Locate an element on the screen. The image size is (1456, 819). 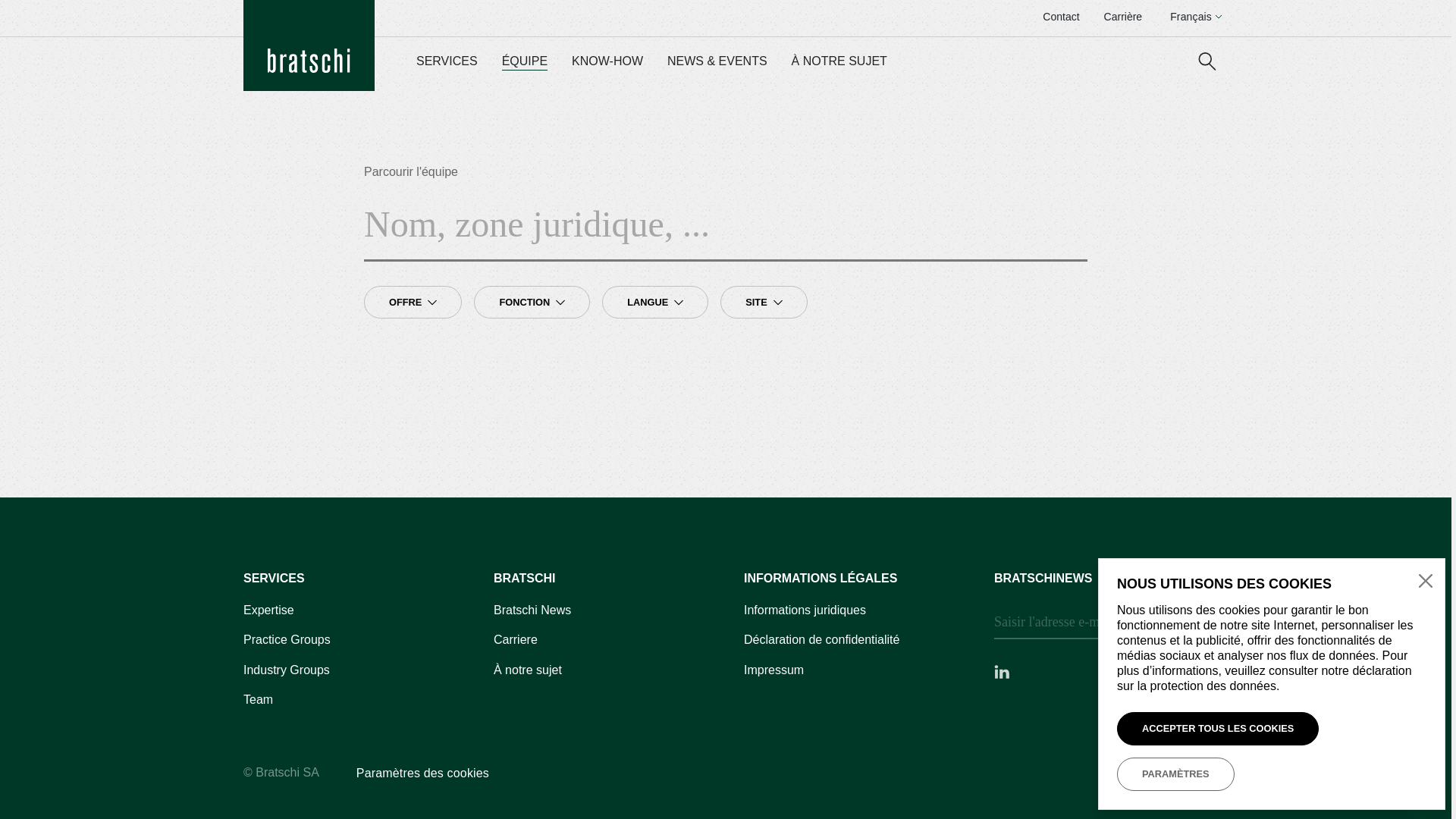
'Carriere' is located at coordinates (516, 640).